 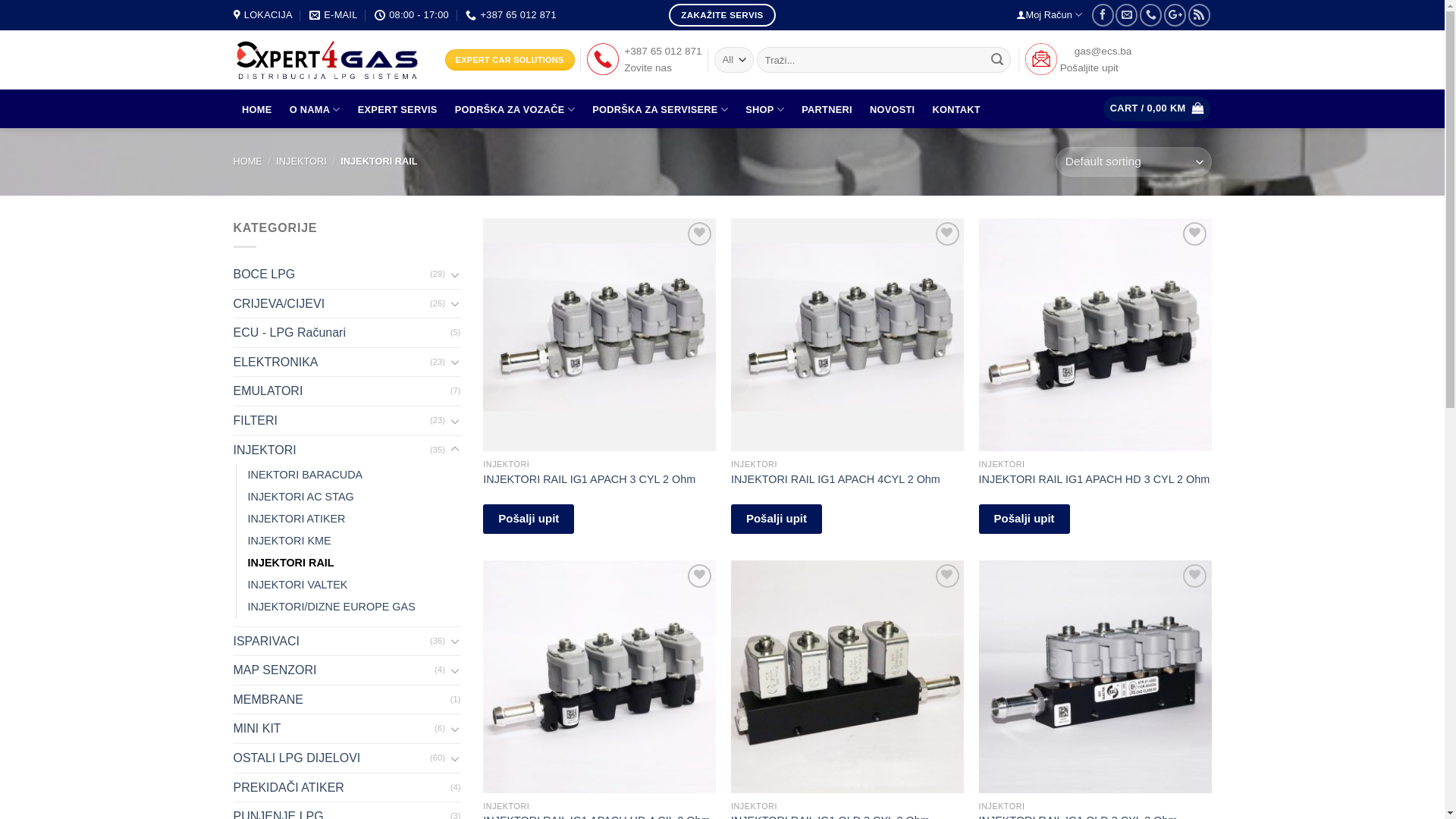 I want to click on 'EMULATORI', so click(x=341, y=391).